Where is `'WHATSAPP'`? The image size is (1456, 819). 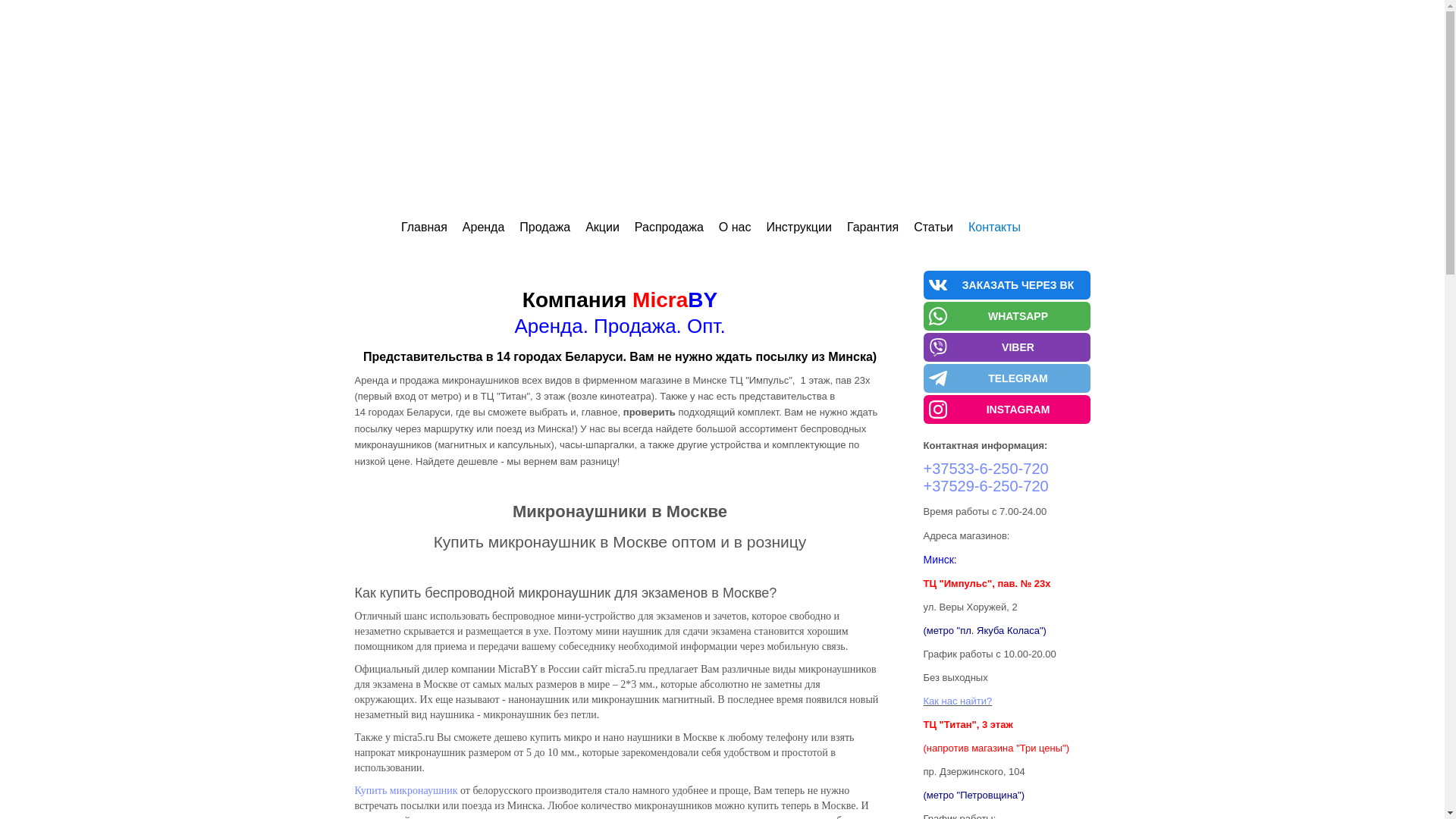 'WHATSAPP' is located at coordinates (1007, 315).